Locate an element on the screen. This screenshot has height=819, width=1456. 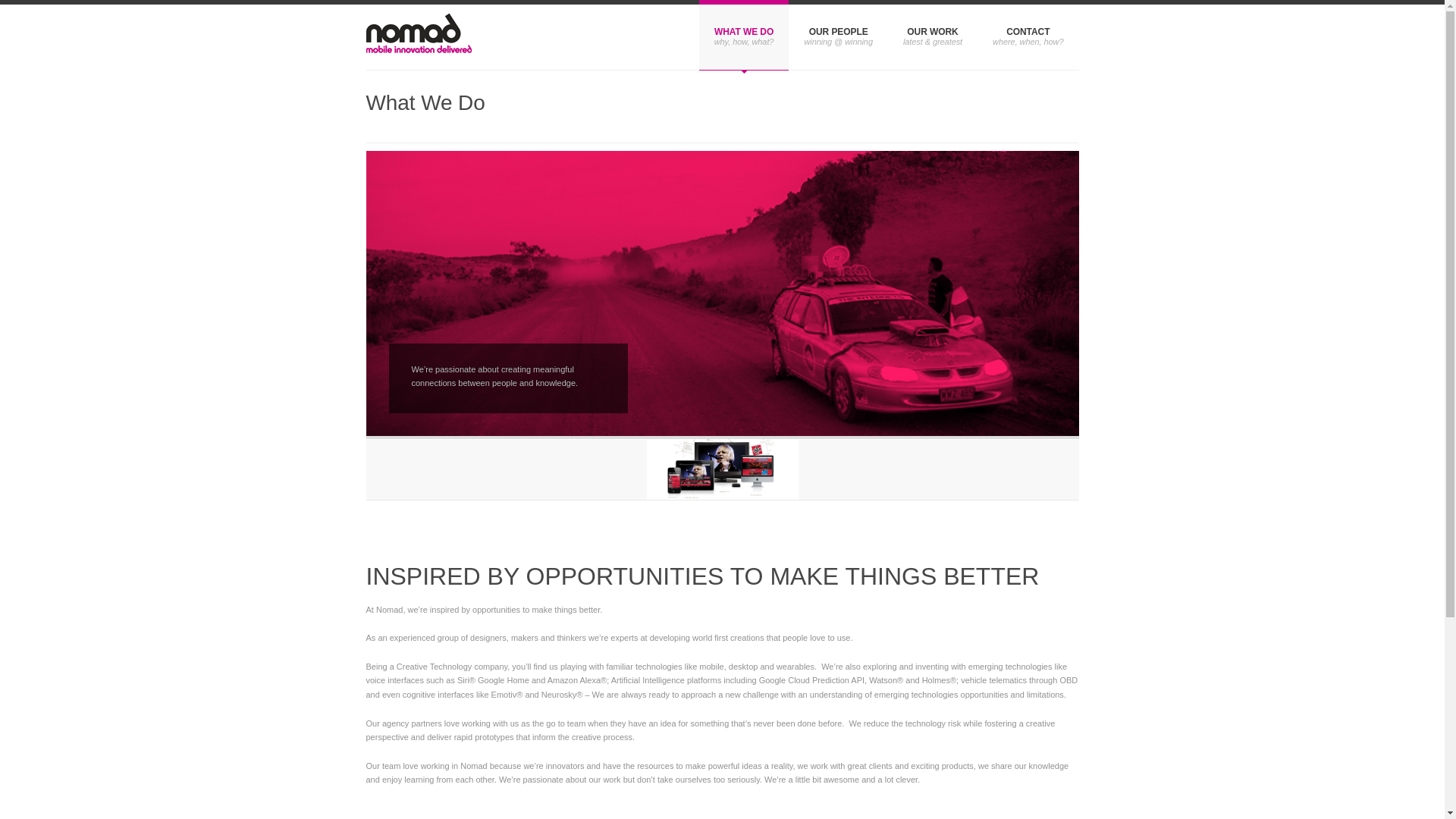
'Nomad Agency' is located at coordinates (418, 36).